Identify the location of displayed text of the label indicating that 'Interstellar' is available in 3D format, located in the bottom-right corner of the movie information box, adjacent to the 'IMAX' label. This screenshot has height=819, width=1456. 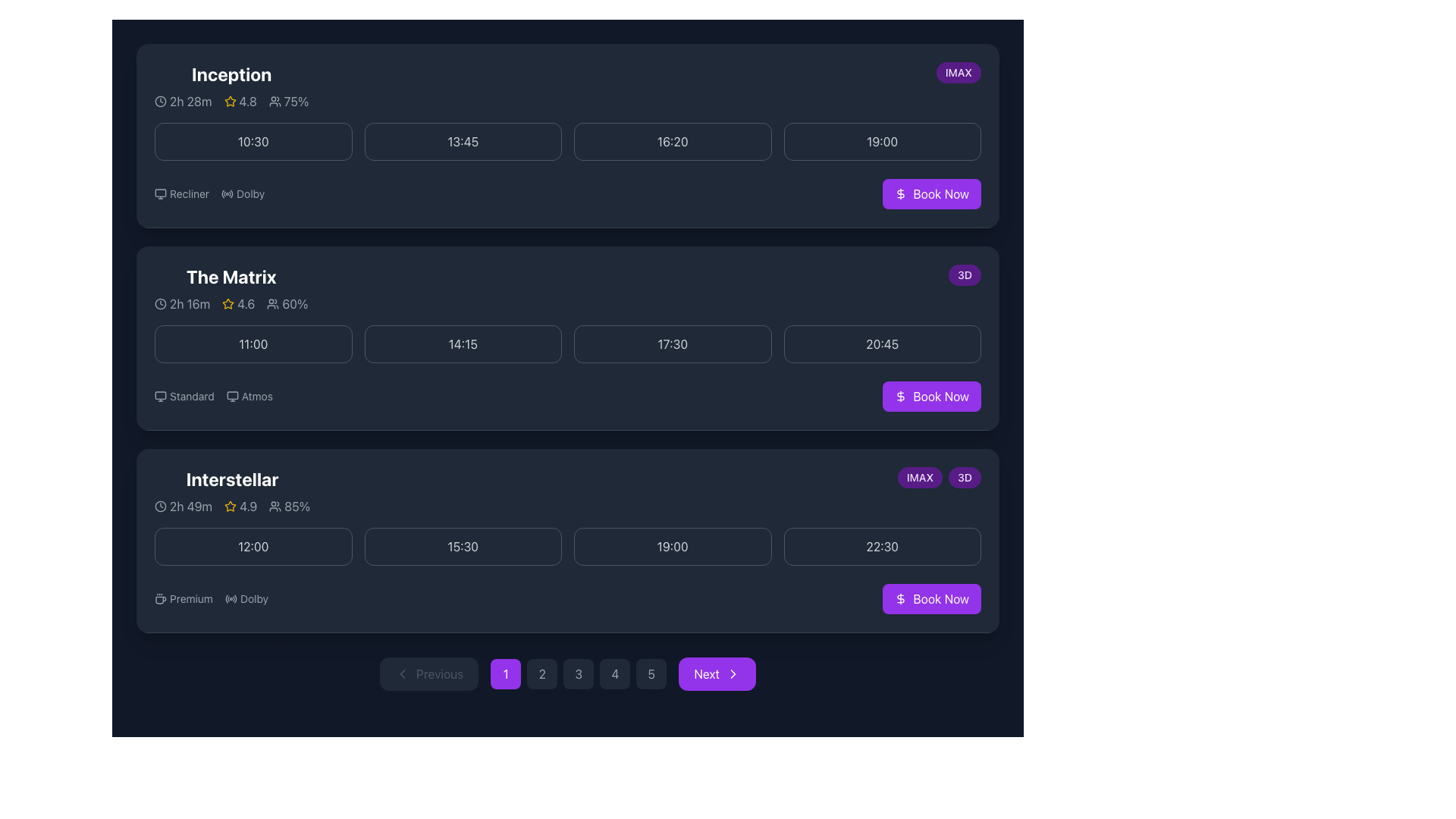
(964, 476).